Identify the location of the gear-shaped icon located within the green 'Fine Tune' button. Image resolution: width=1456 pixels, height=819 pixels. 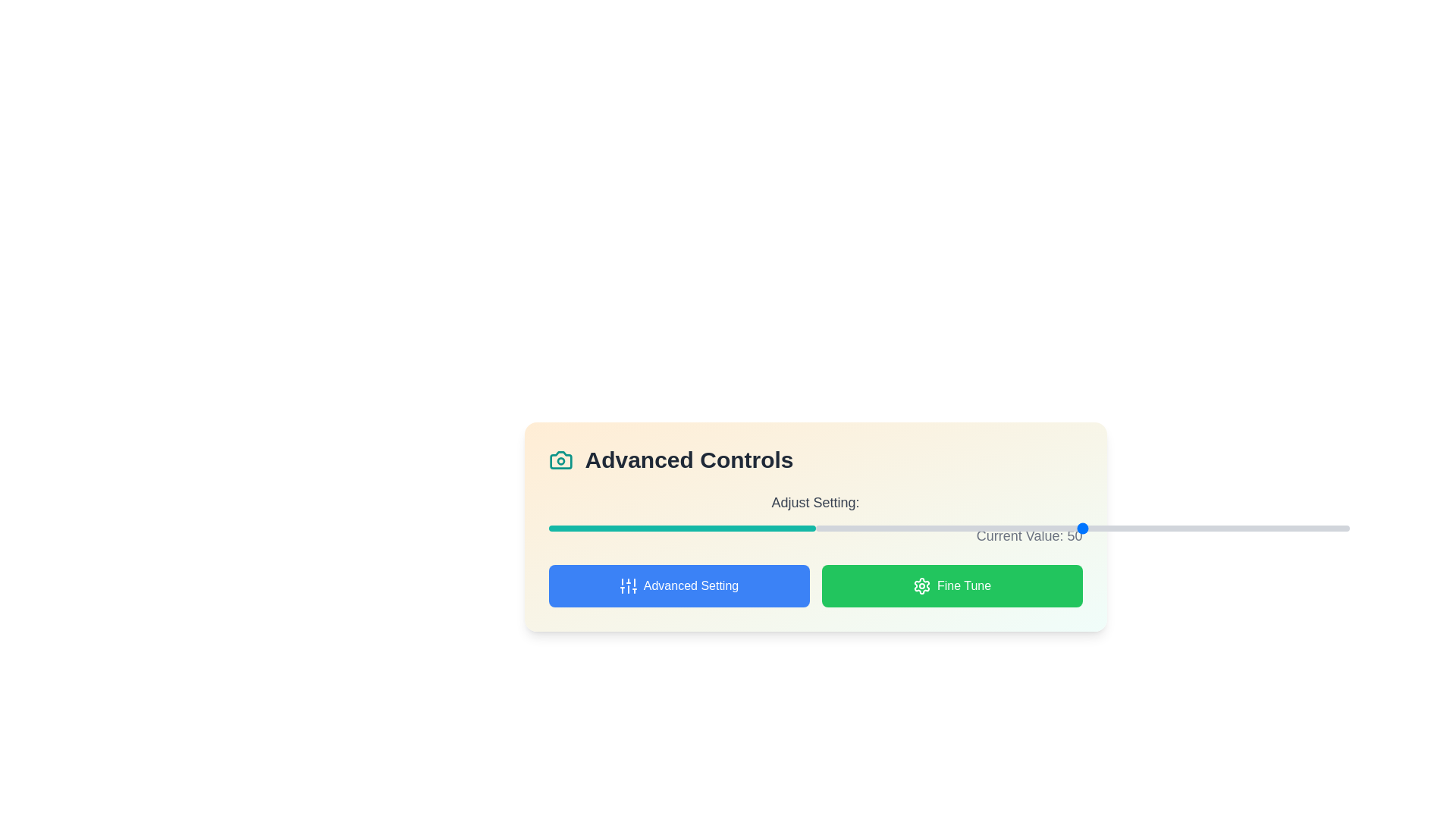
(921, 585).